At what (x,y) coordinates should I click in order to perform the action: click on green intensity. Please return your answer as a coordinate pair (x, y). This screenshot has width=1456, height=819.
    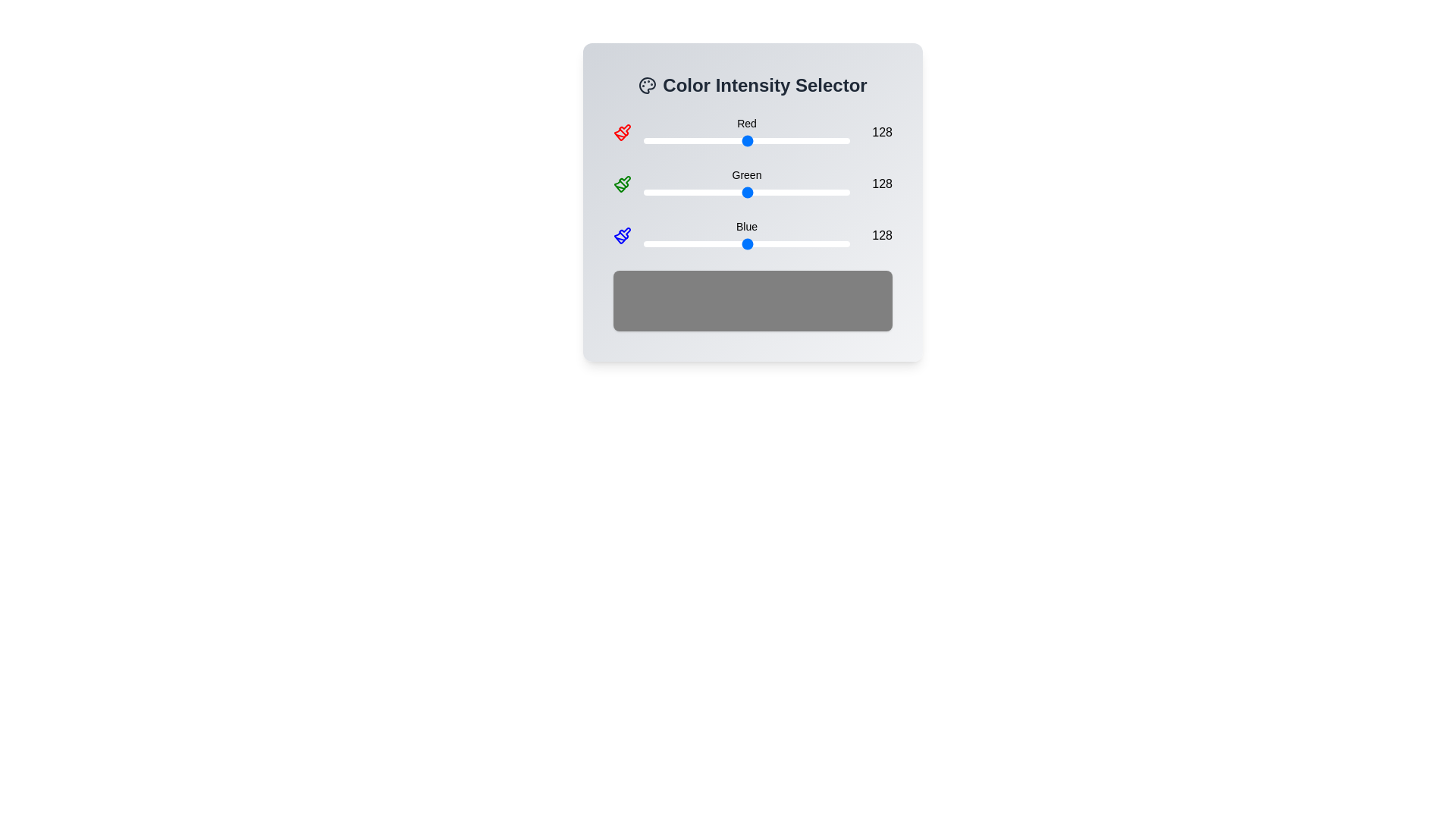
    Looking at the image, I should click on (679, 192).